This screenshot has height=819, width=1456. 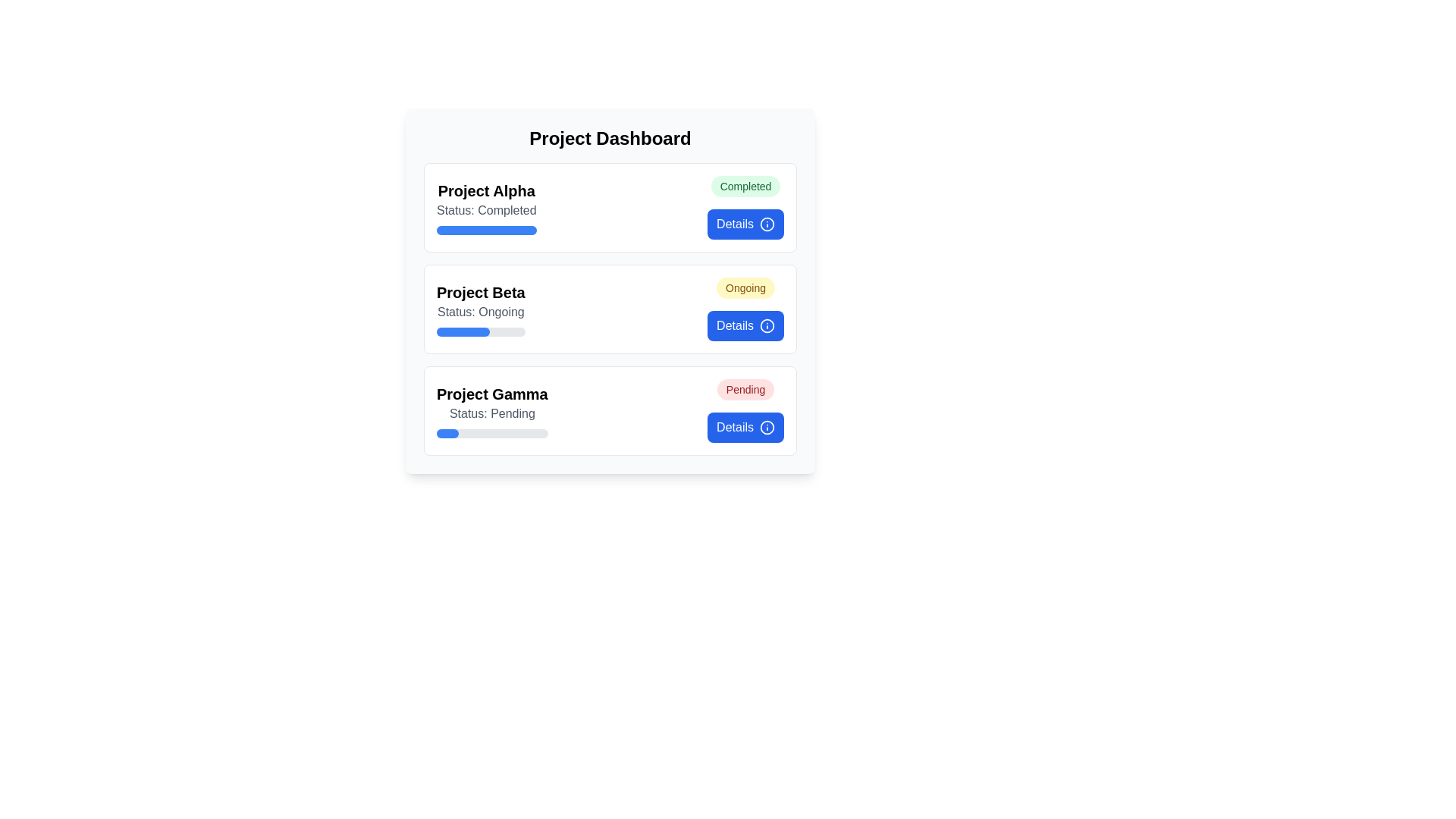 I want to click on the text label 'Project Beta' which is styled as a heading in bold and larger font, located in the center-left area of the second project card, so click(x=479, y=292).